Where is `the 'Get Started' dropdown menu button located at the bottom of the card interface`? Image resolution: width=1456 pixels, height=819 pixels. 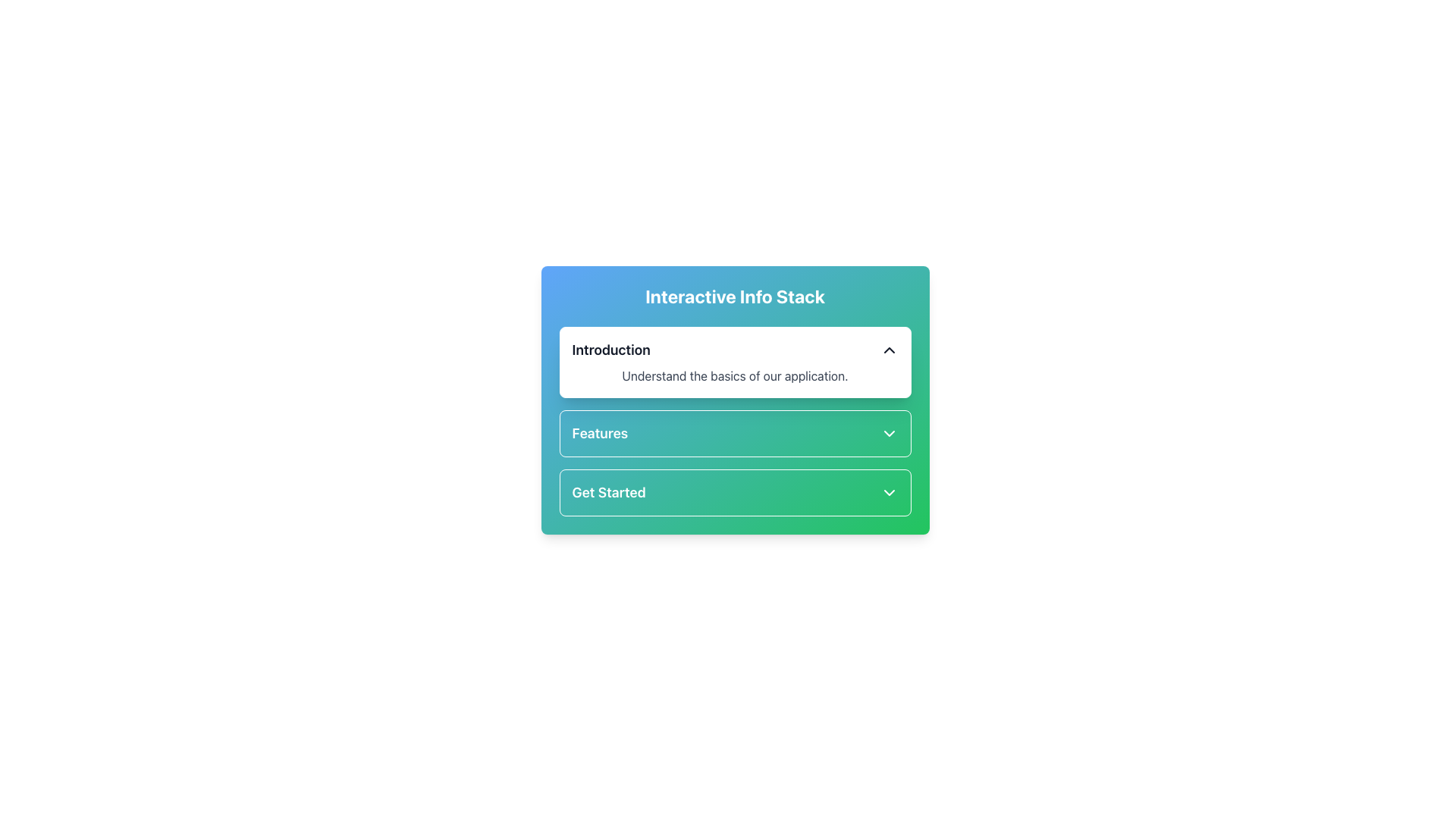 the 'Get Started' dropdown menu button located at the bottom of the card interface is located at coordinates (735, 493).